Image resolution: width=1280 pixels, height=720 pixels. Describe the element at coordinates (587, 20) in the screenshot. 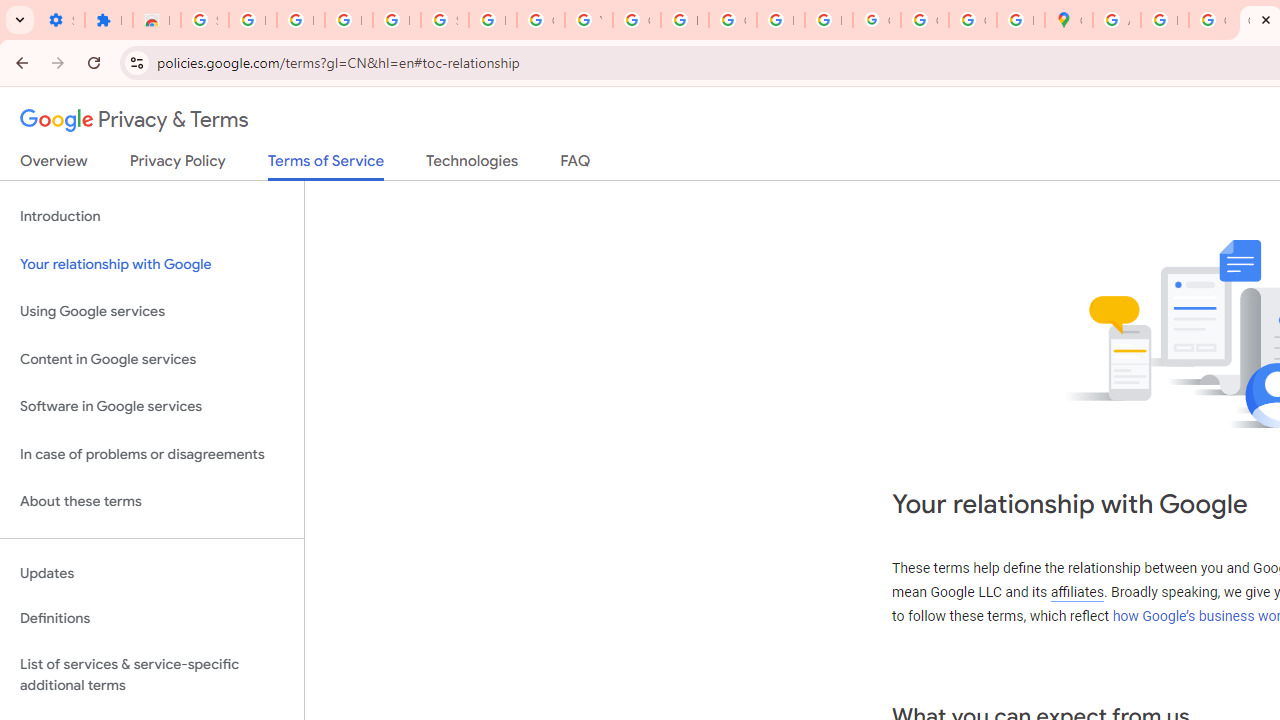

I see `'YouTube'` at that location.